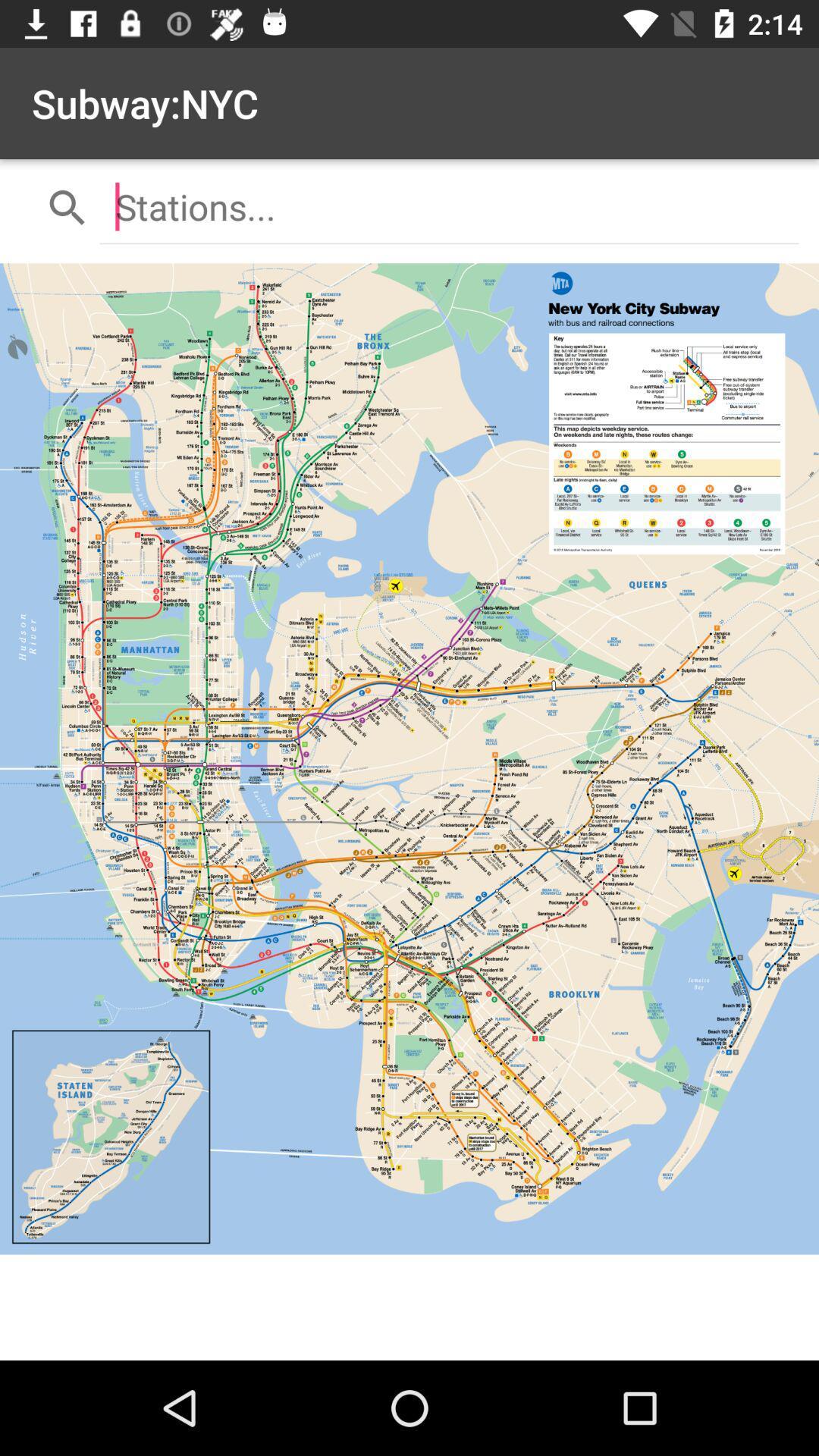  Describe the element at coordinates (448, 206) in the screenshot. I see `the item below subway:nyc icon` at that location.